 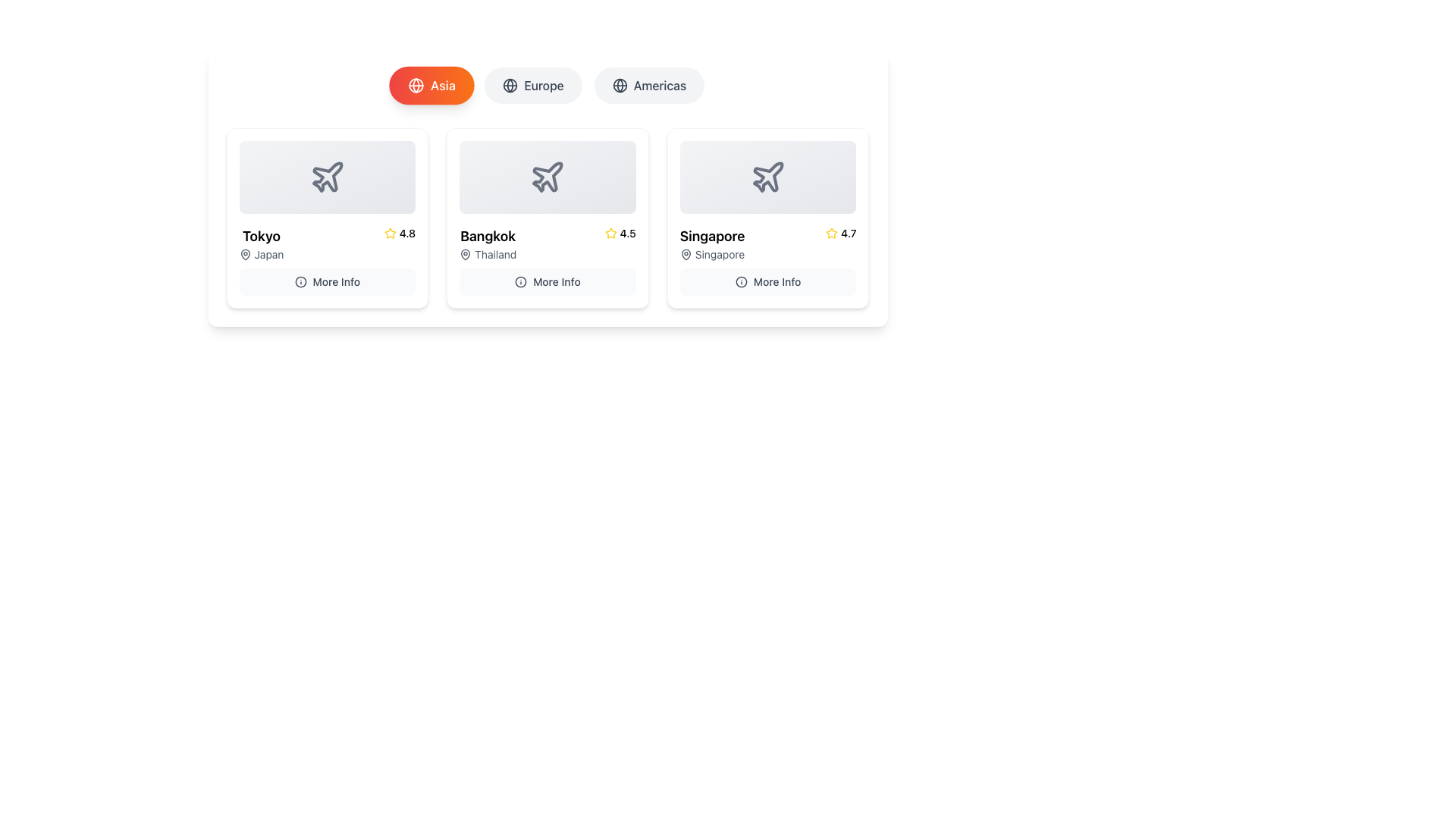 I want to click on the bold text label reading 'Bangkok', which is styled in a dark black color and serves as the title of a card in the interface, so click(x=488, y=237).